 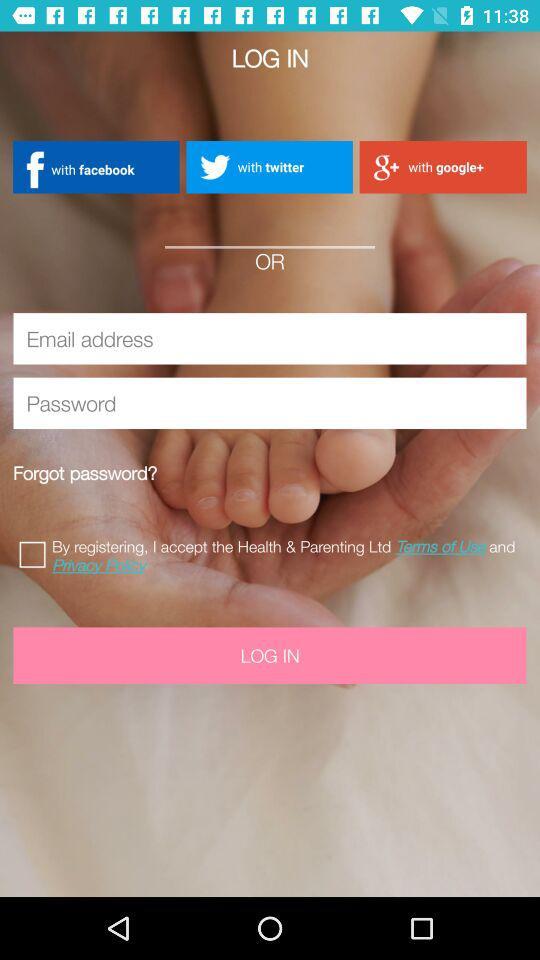 What do you see at coordinates (270, 402) in the screenshot?
I see `password` at bounding box center [270, 402].